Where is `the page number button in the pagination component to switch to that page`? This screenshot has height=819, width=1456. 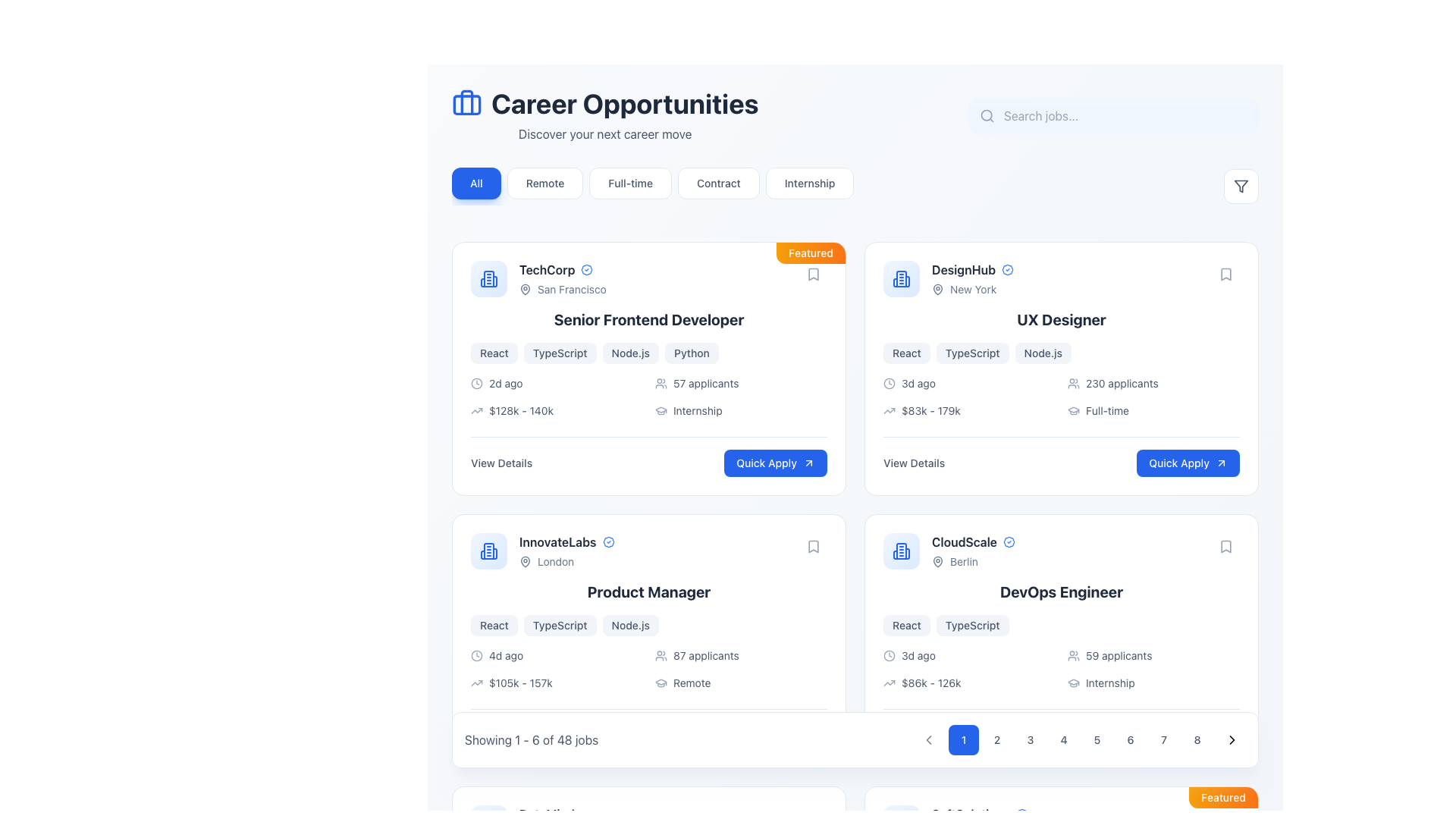 the page number button in the pagination component to switch to that page is located at coordinates (1080, 739).